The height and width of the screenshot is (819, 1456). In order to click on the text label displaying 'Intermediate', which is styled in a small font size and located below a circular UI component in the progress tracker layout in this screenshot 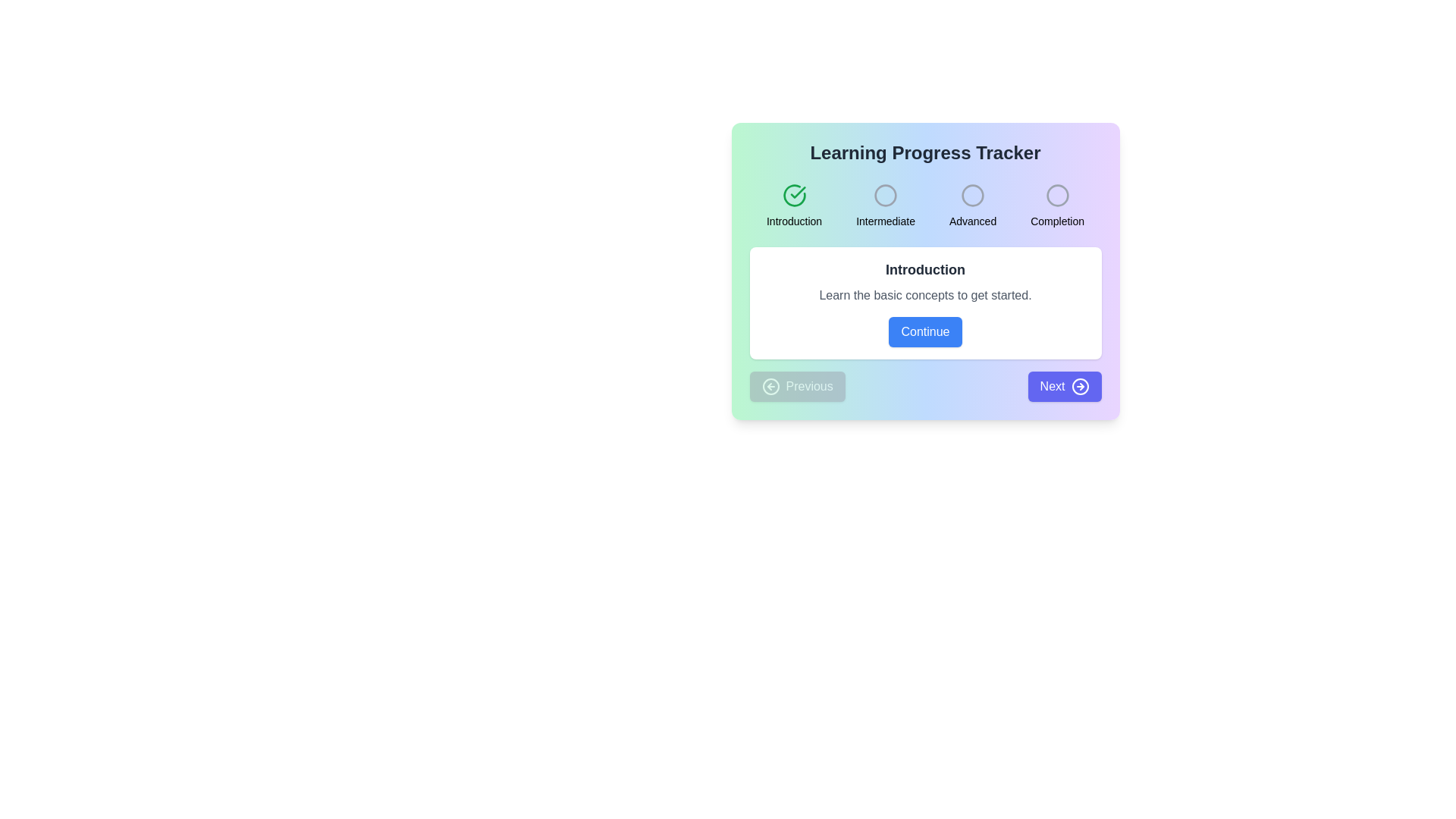, I will do `click(886, 221)`.